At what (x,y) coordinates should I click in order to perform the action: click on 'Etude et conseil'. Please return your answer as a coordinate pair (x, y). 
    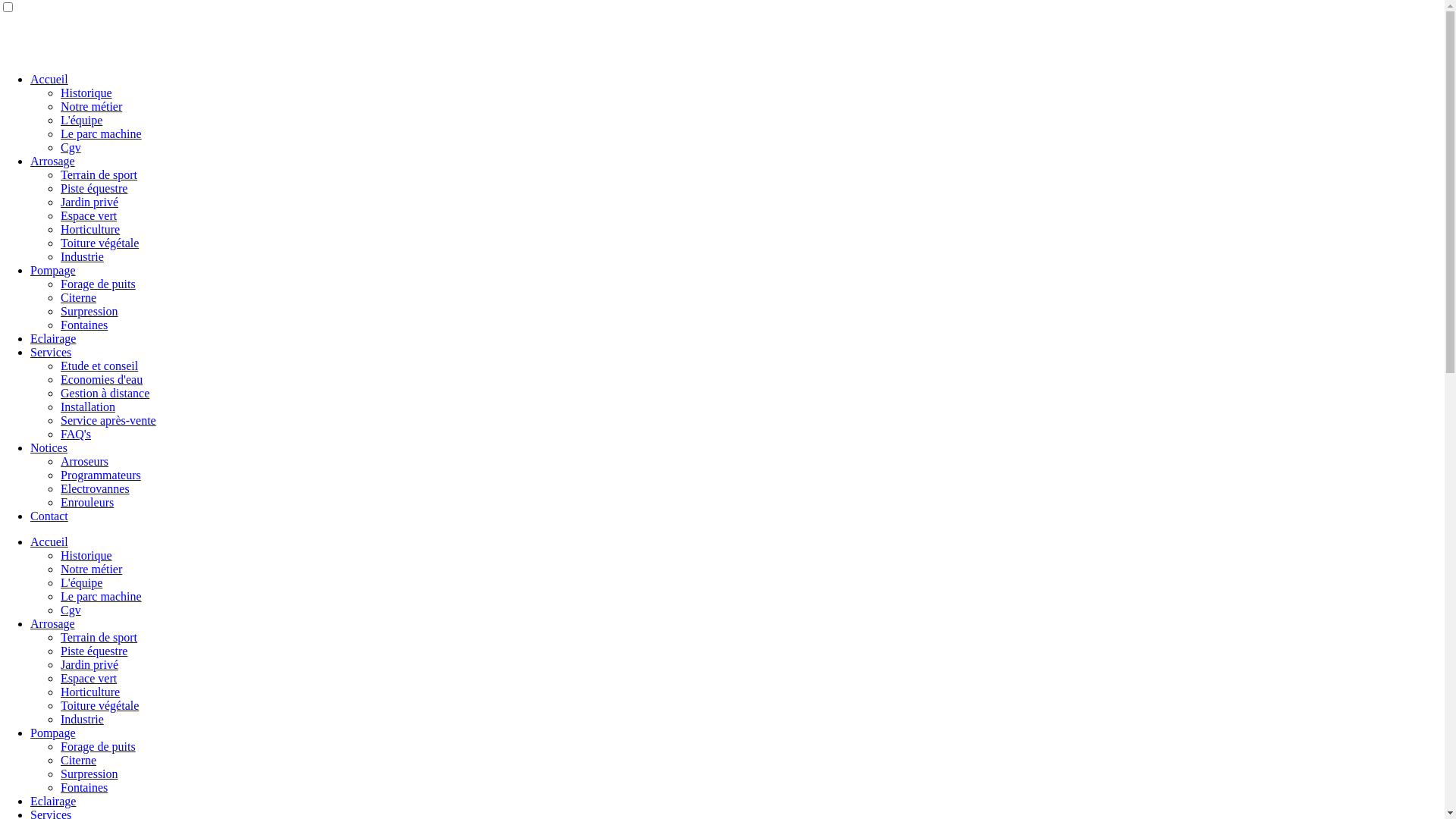
    Looking at the image, I should click on (61, 366).